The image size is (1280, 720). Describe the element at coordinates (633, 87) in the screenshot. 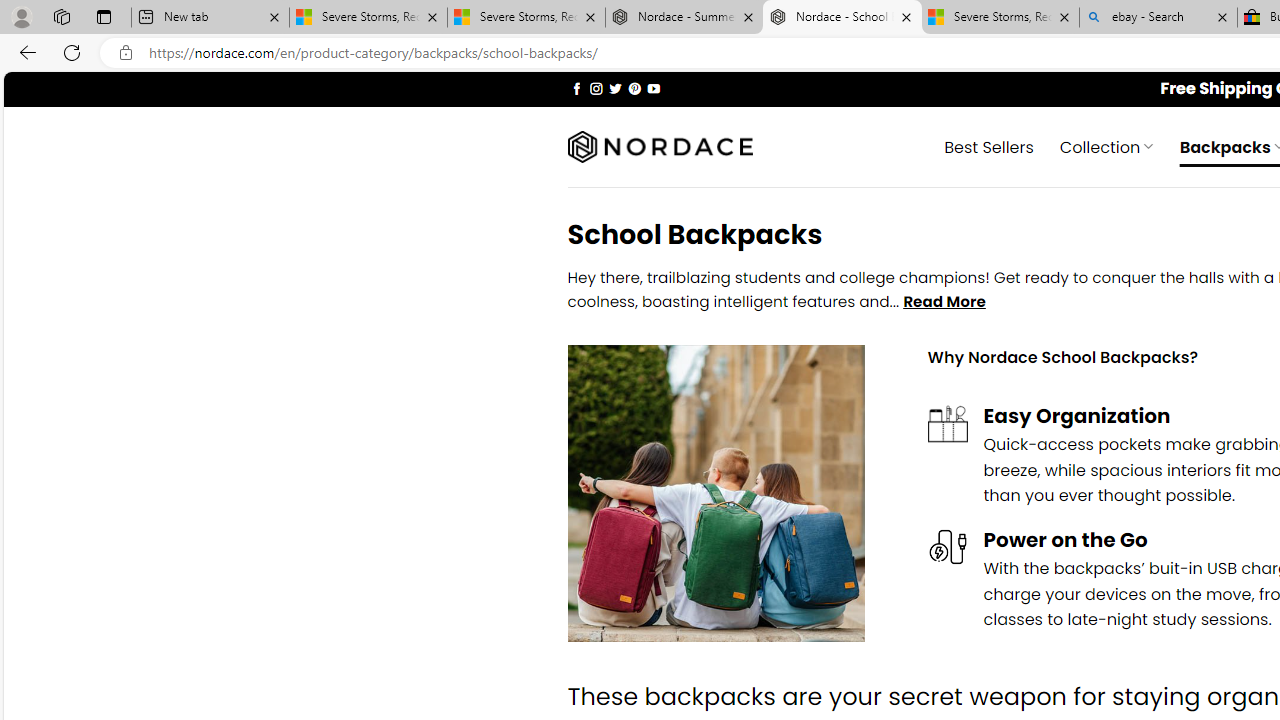

I see `'Follow on Pinterest'` at that location.